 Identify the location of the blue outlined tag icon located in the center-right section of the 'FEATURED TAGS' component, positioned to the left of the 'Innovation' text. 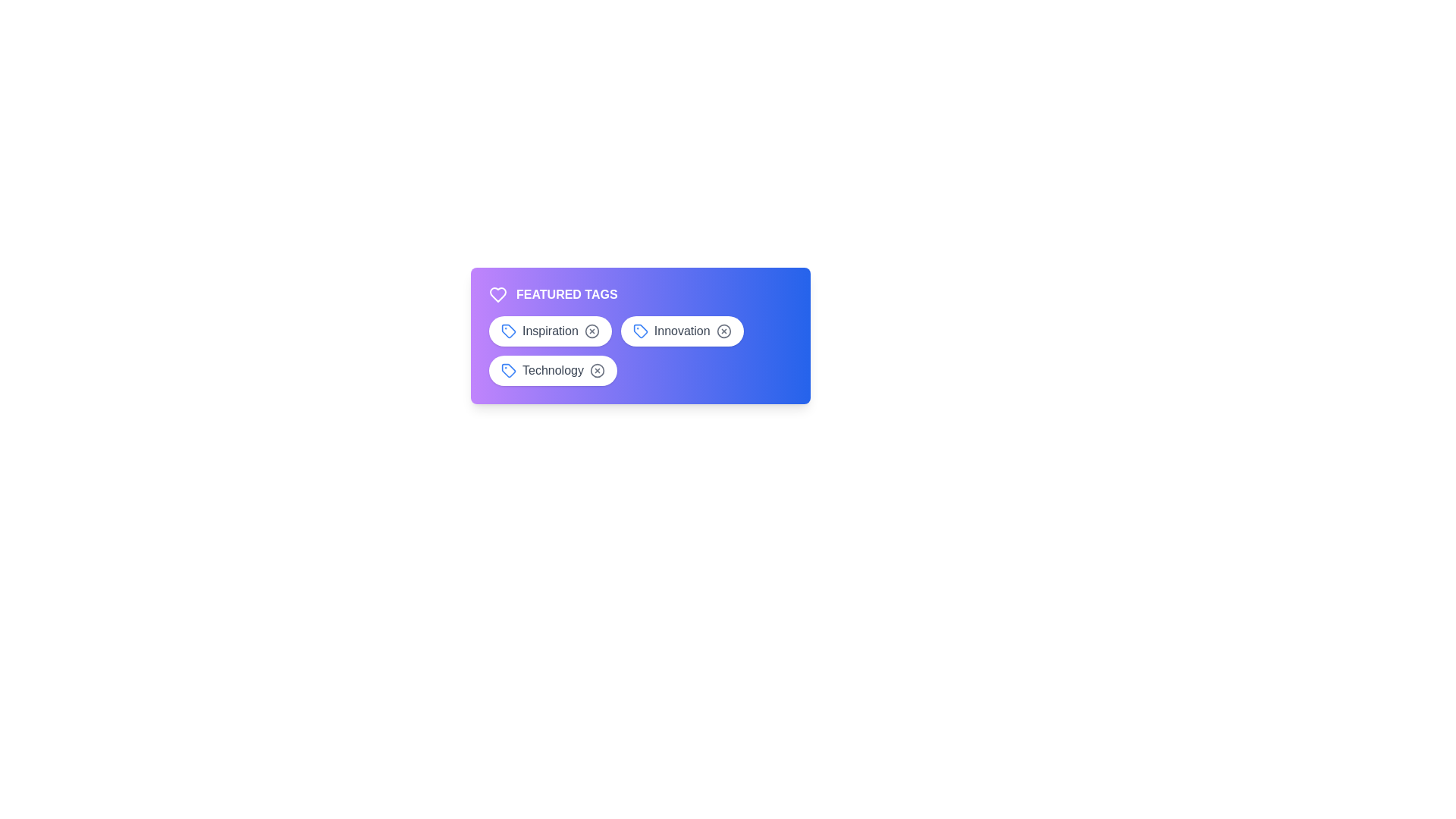
(640, 330).